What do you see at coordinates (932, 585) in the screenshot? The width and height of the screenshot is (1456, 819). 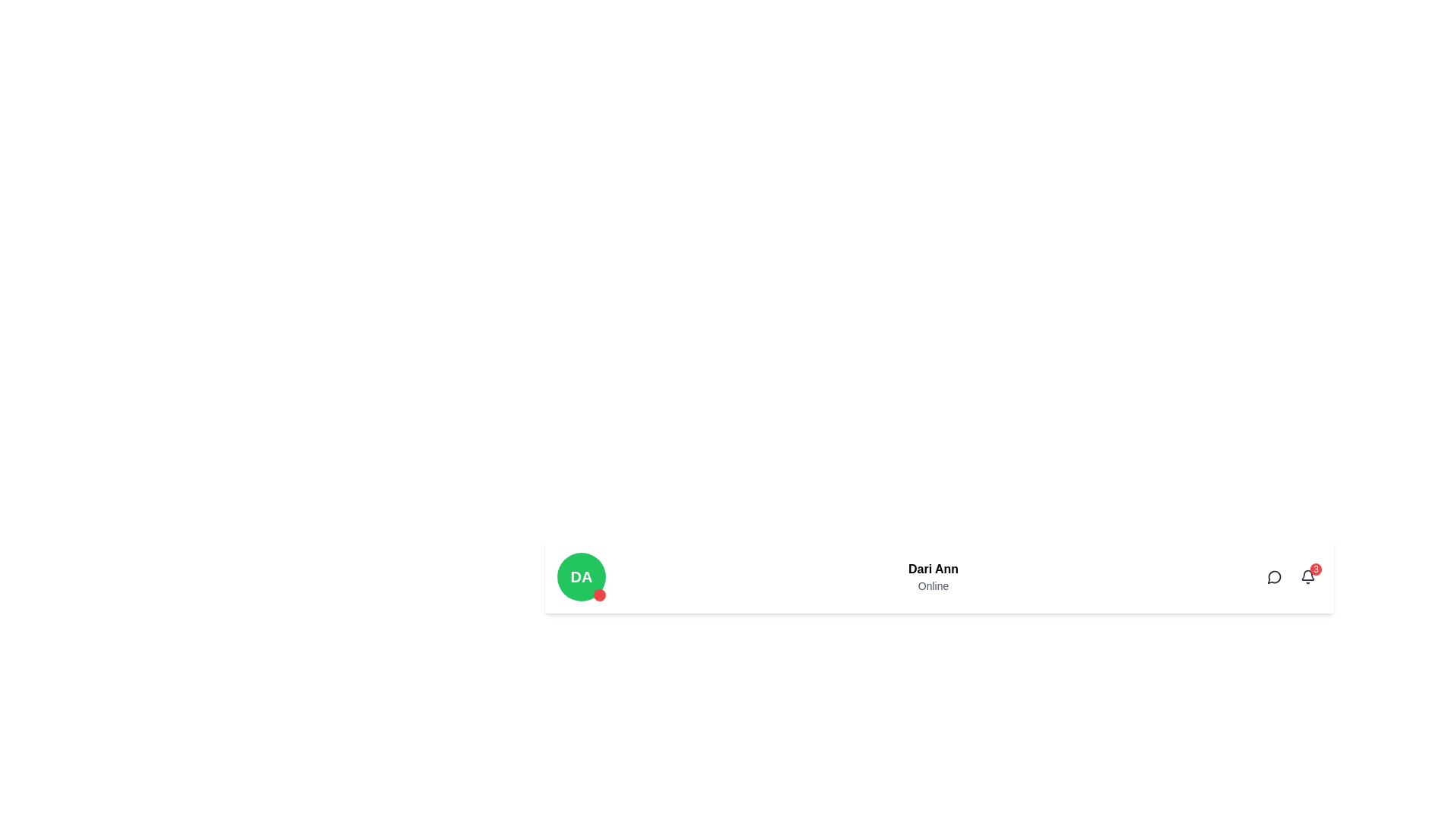 I see `the text label reading 'Online', which is styled with a light-gray color and positioned below the bolded text 'Dari Ann'` at bounding box center [932, 585].